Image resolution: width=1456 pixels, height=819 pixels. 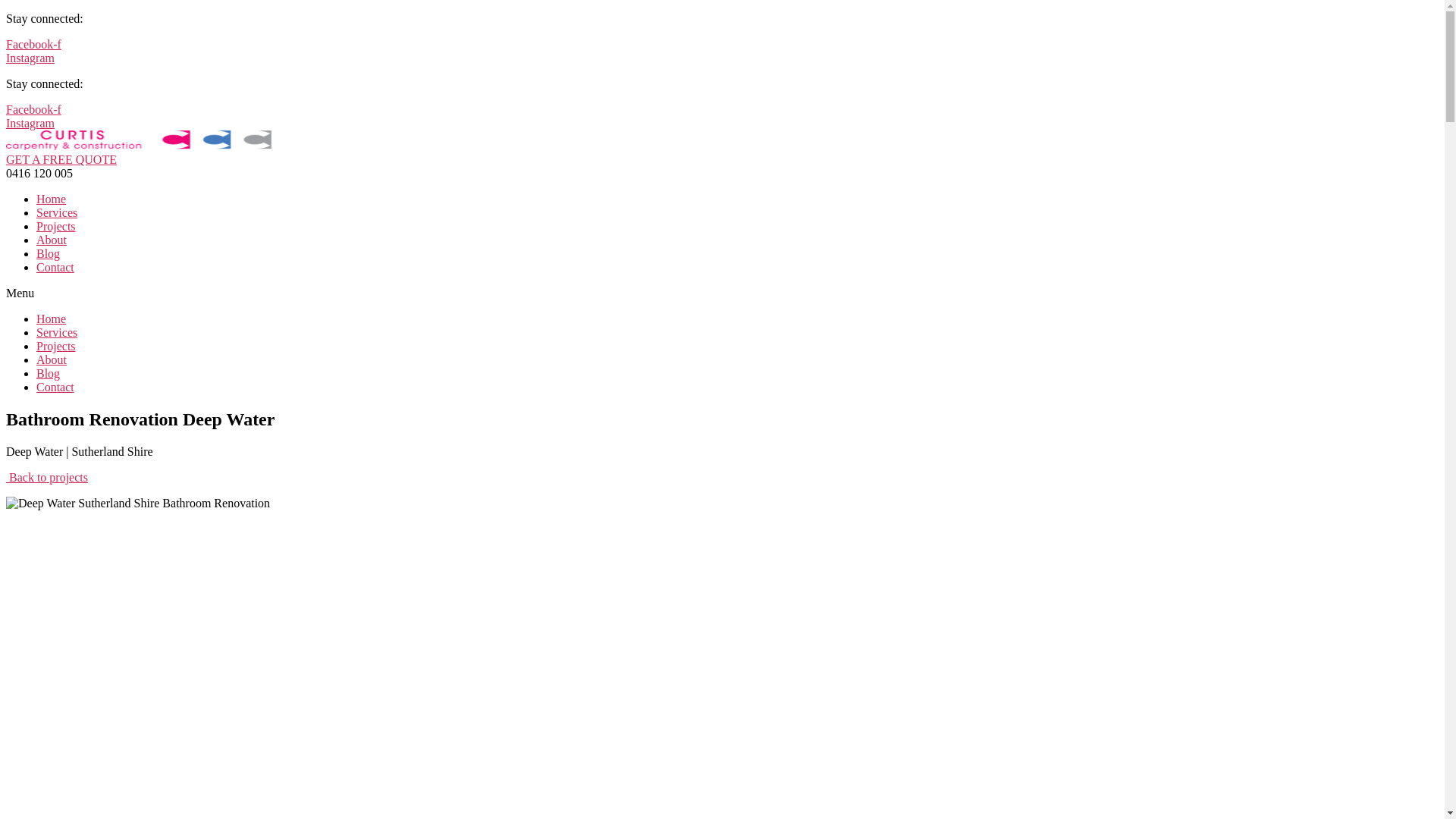 I want to click on 'Services', so click(x=57, y=212).